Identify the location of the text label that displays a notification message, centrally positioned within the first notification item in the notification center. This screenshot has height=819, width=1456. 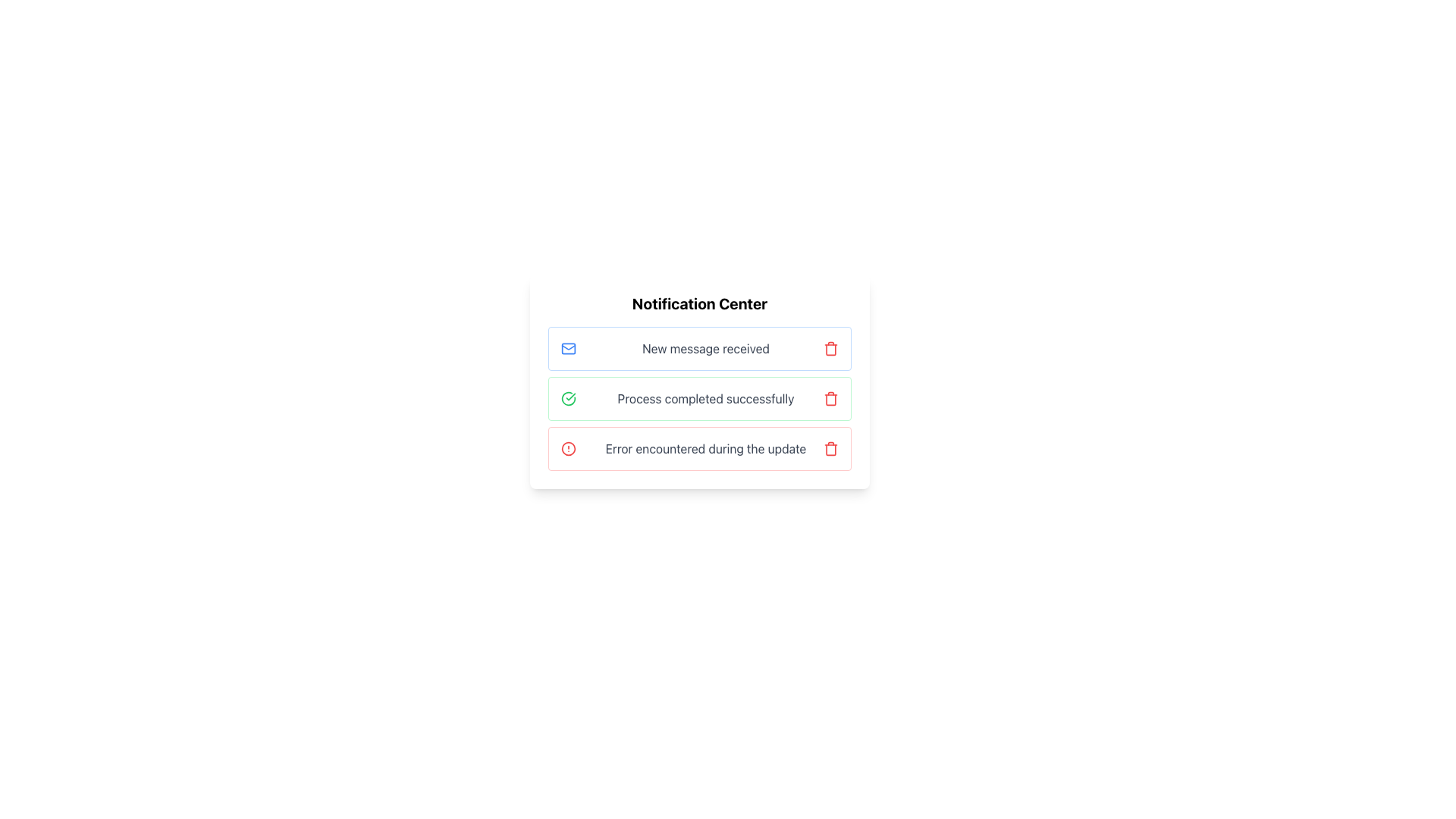
(705, 348).